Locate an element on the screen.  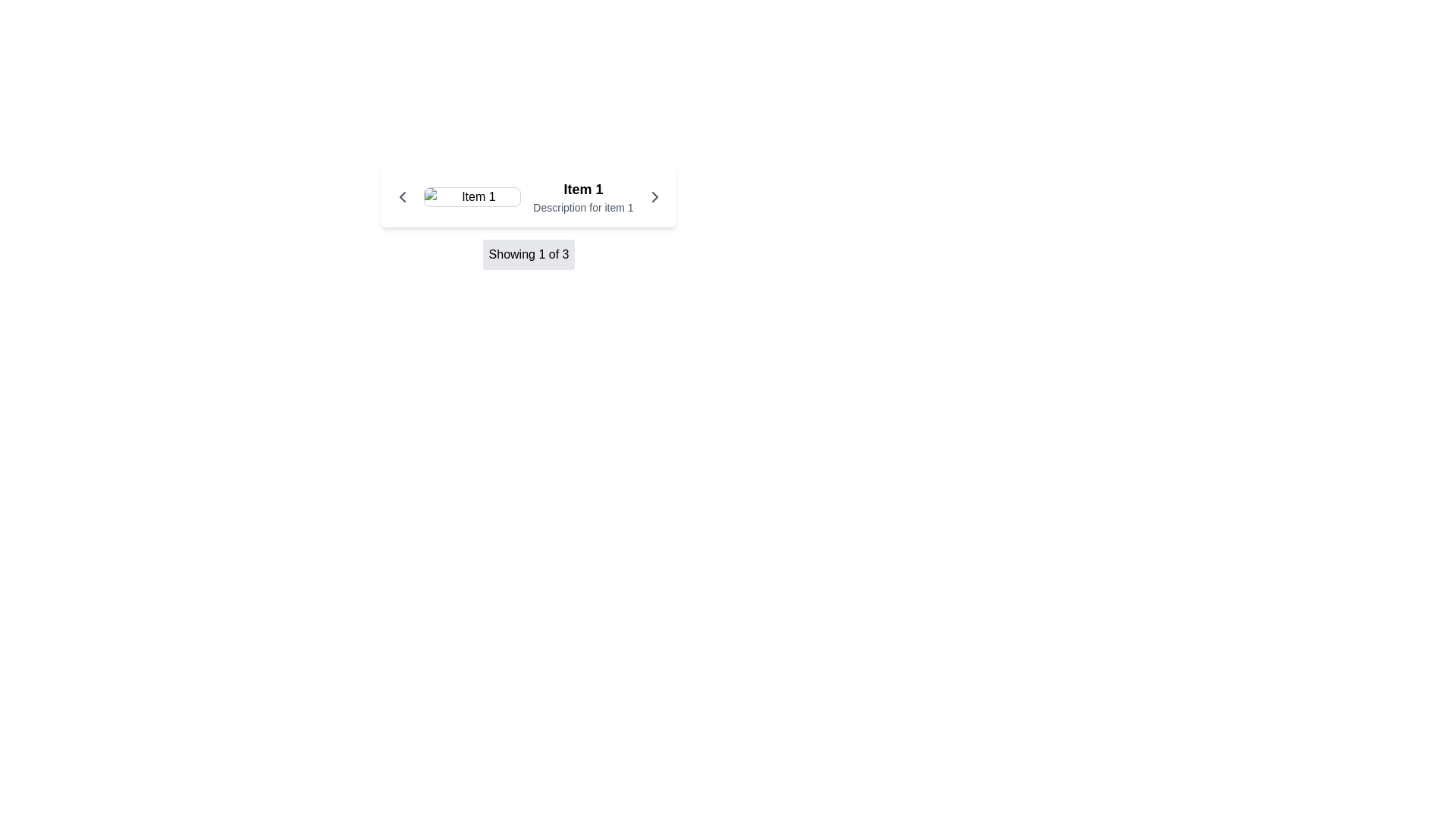
the chevron (right arrow) located to the far right of the header containing the text 'Item 1' is located at coordinates (654, 196).